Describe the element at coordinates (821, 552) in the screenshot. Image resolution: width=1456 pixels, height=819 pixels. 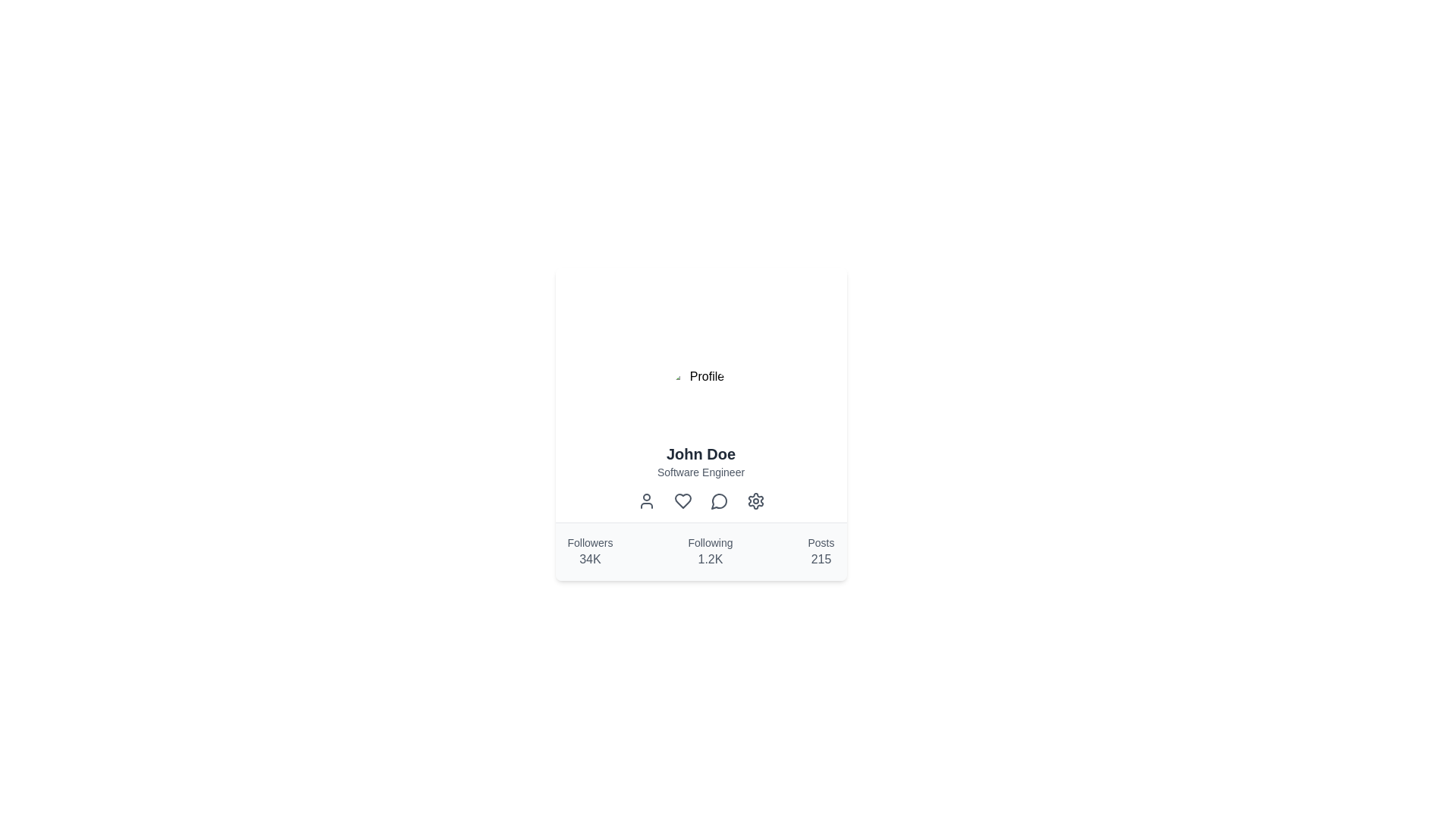
I see `the informational text display that shows the number of posts associated with the profile, which is the rightmost element among three siblings in a horizontal row` at that location.